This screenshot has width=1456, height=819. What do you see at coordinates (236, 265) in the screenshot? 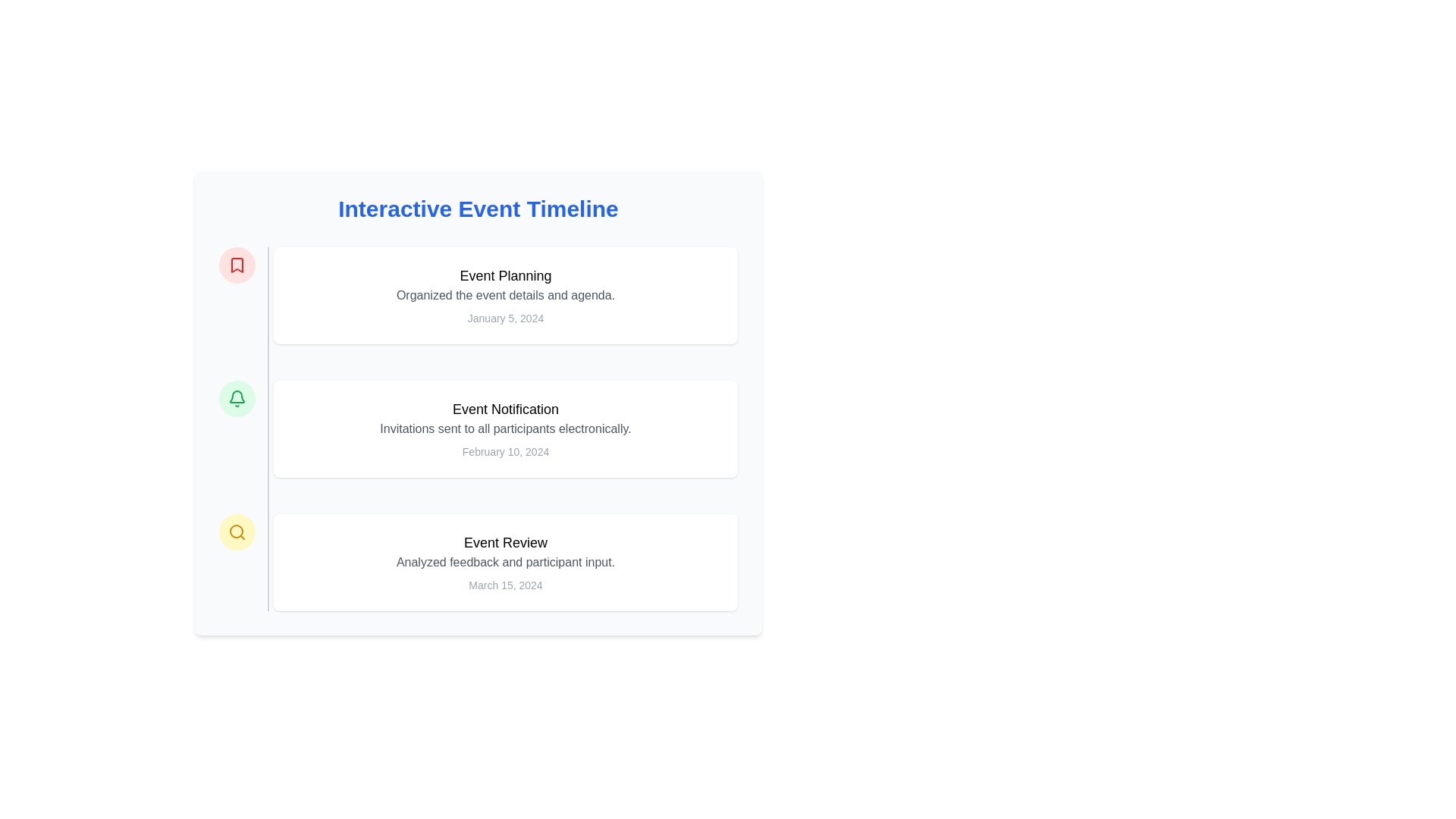
I see `the red bookmark-shaped SVG icon within the topmost circular button on the left side of the event timeline` at bounding box center [236, 265].